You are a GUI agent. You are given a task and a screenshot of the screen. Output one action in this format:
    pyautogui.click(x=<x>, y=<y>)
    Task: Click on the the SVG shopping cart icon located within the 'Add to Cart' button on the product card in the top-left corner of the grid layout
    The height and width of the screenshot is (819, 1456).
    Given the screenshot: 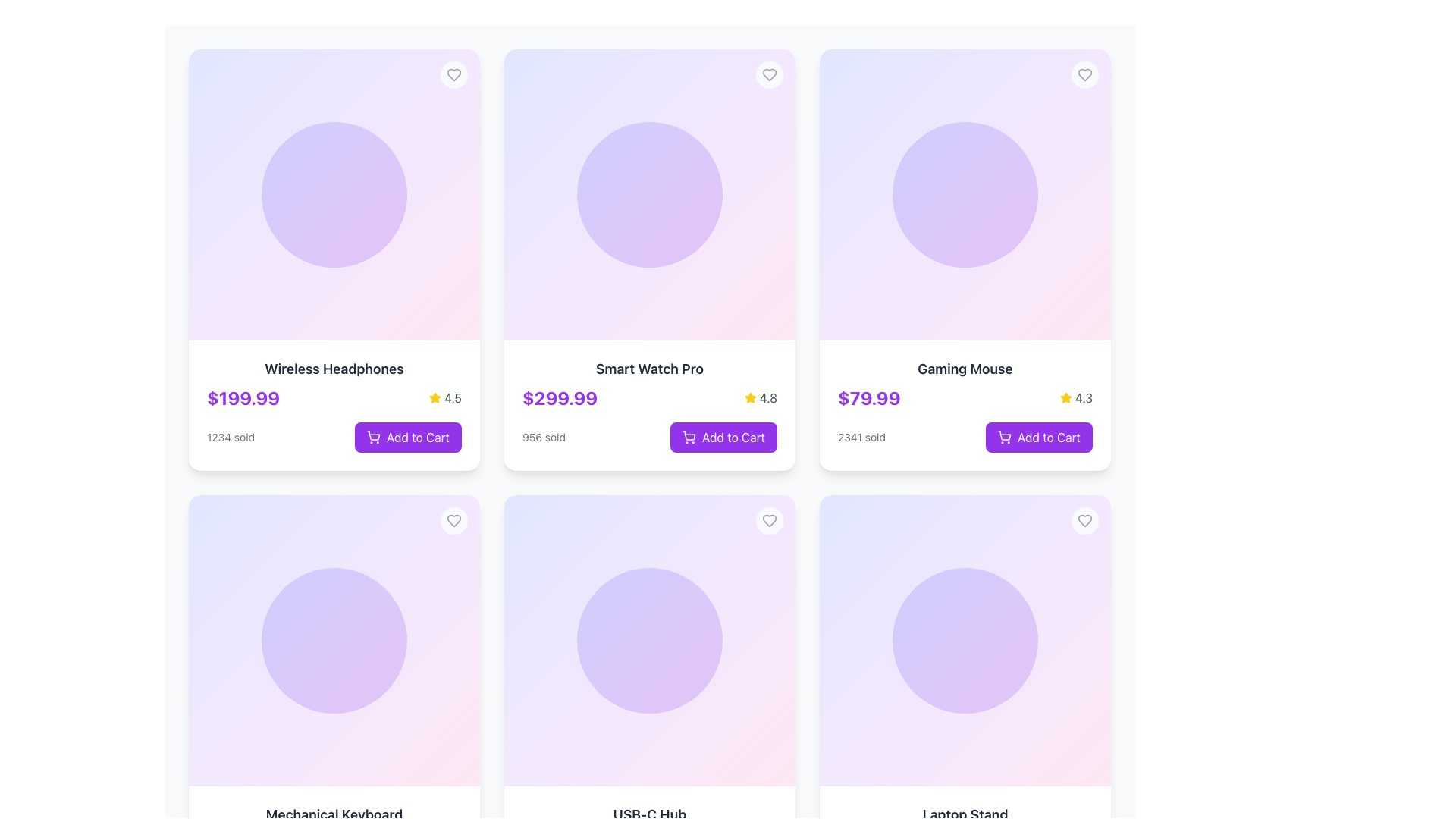 What is the action you would take?
    pyautogui.click(x=374, y=438)
    